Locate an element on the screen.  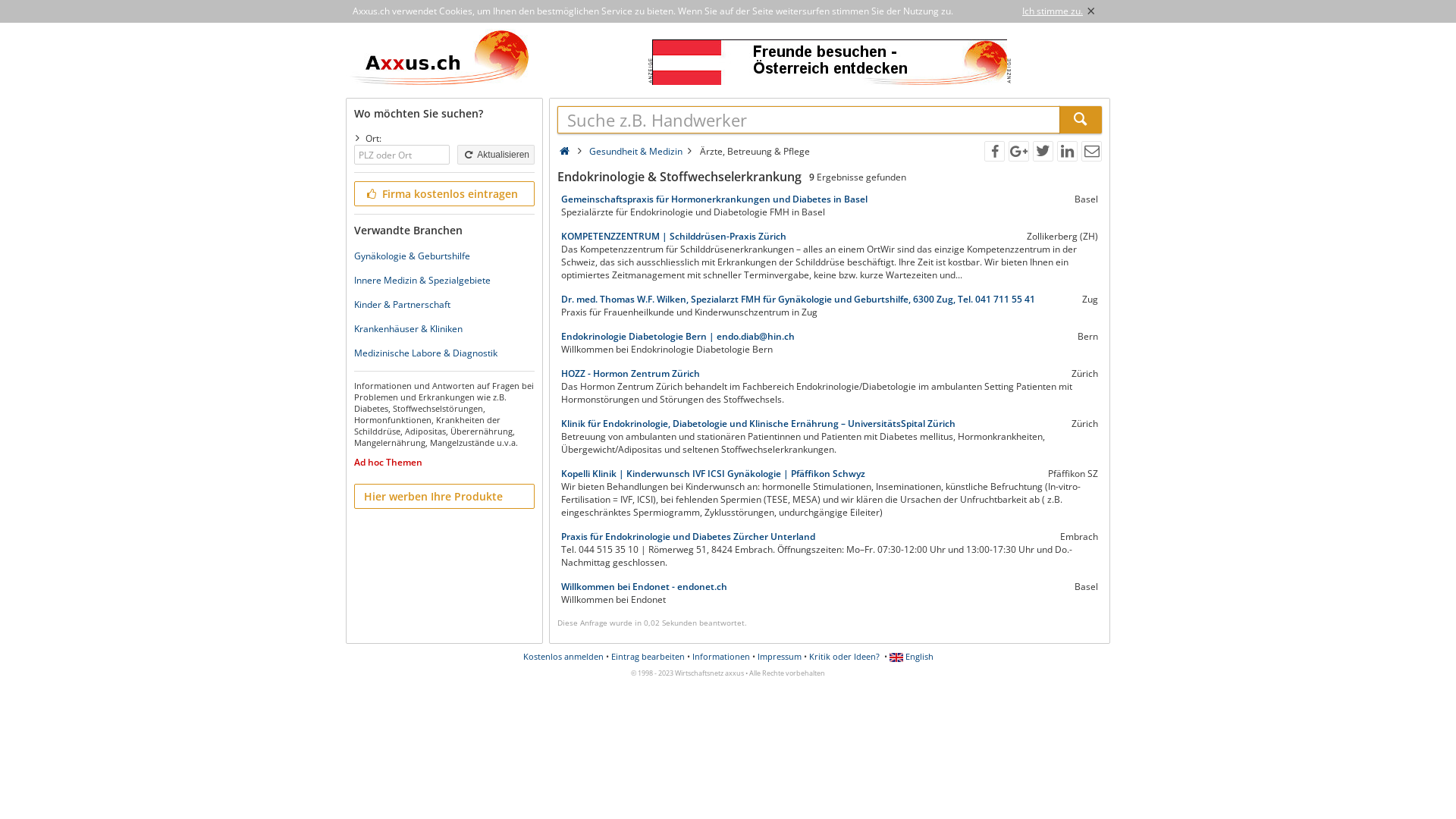
'Medizinische Labore & Diagnostik' is located at coordinates (425, 353).